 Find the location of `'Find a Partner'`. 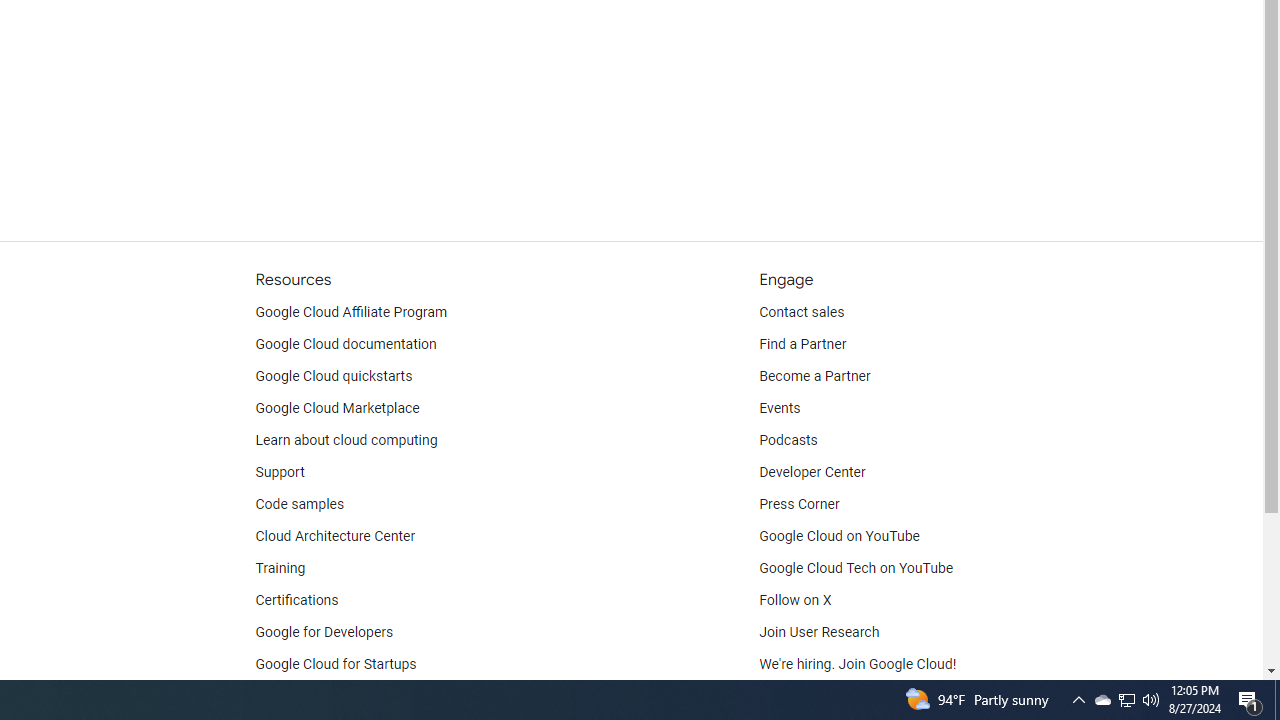

'Find a Partner' is located at coordinates (803, 343).